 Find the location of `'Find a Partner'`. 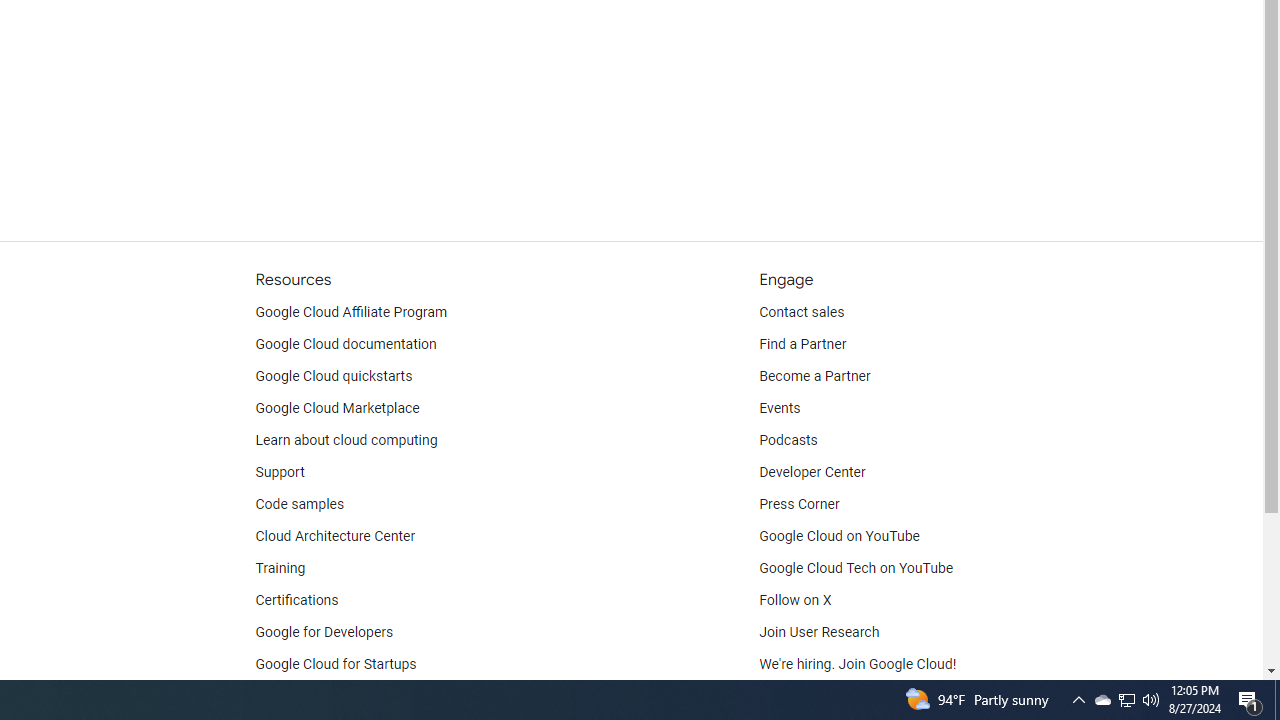

'Find a Partner' is located at coordinates (803, 343).